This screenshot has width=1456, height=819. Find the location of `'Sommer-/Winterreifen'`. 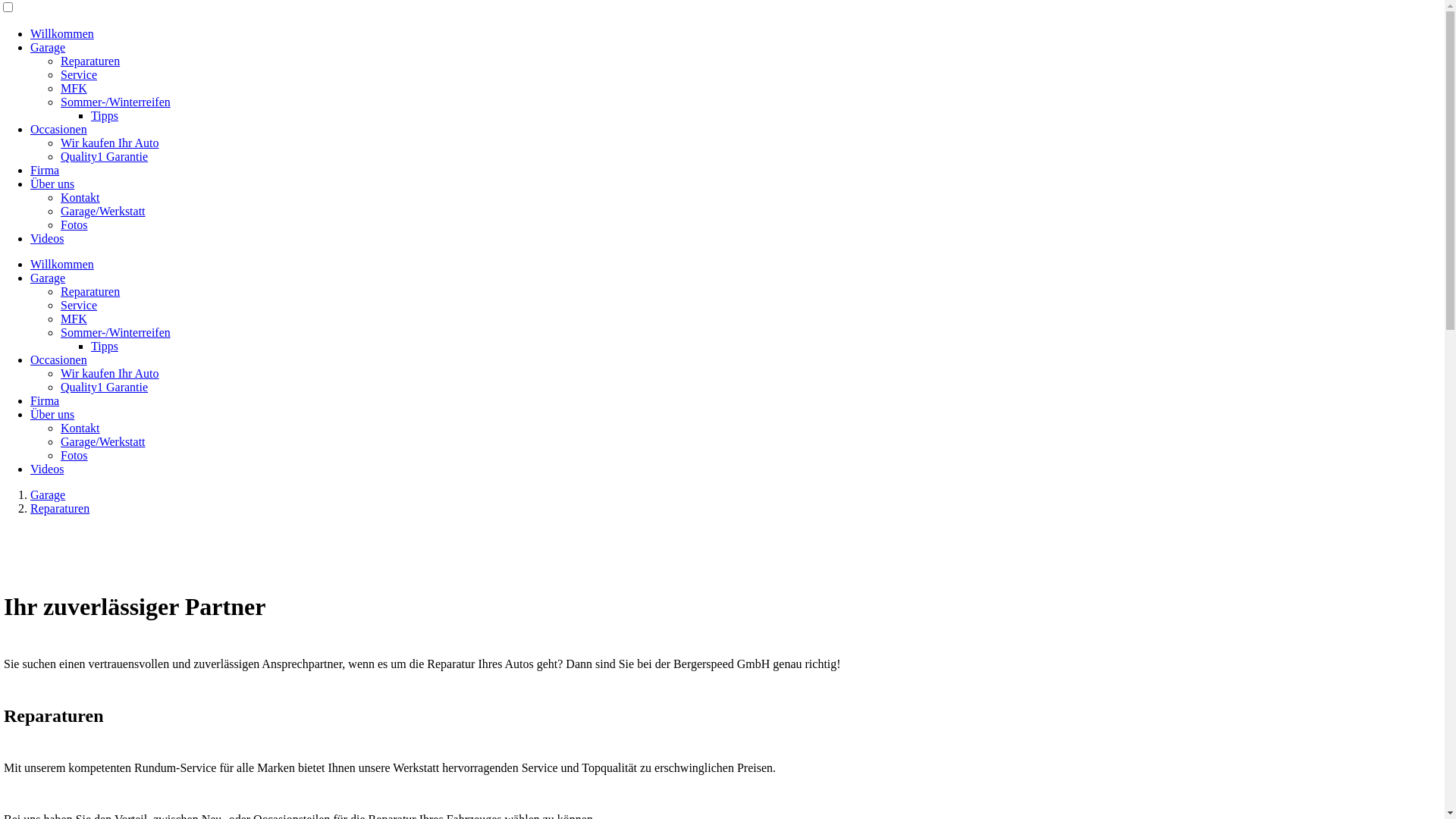

'Sommer-/Winterreifen' is located at coordinates (115, 102).